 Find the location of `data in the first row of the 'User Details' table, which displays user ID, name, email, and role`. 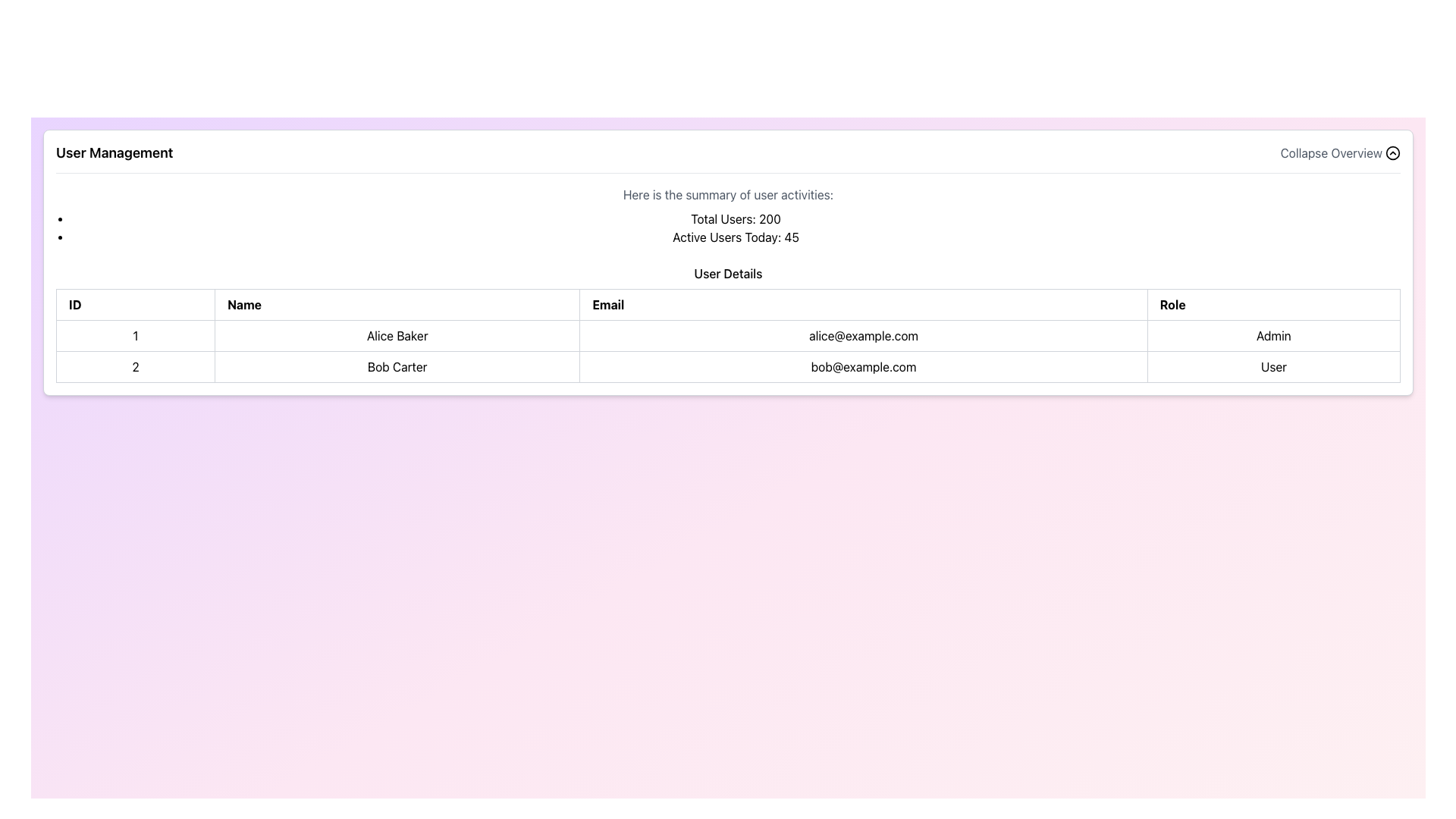

data in the first row of the 'User Details' table, which displays user ID, name, email, and role is located at coordinates (728, 335).